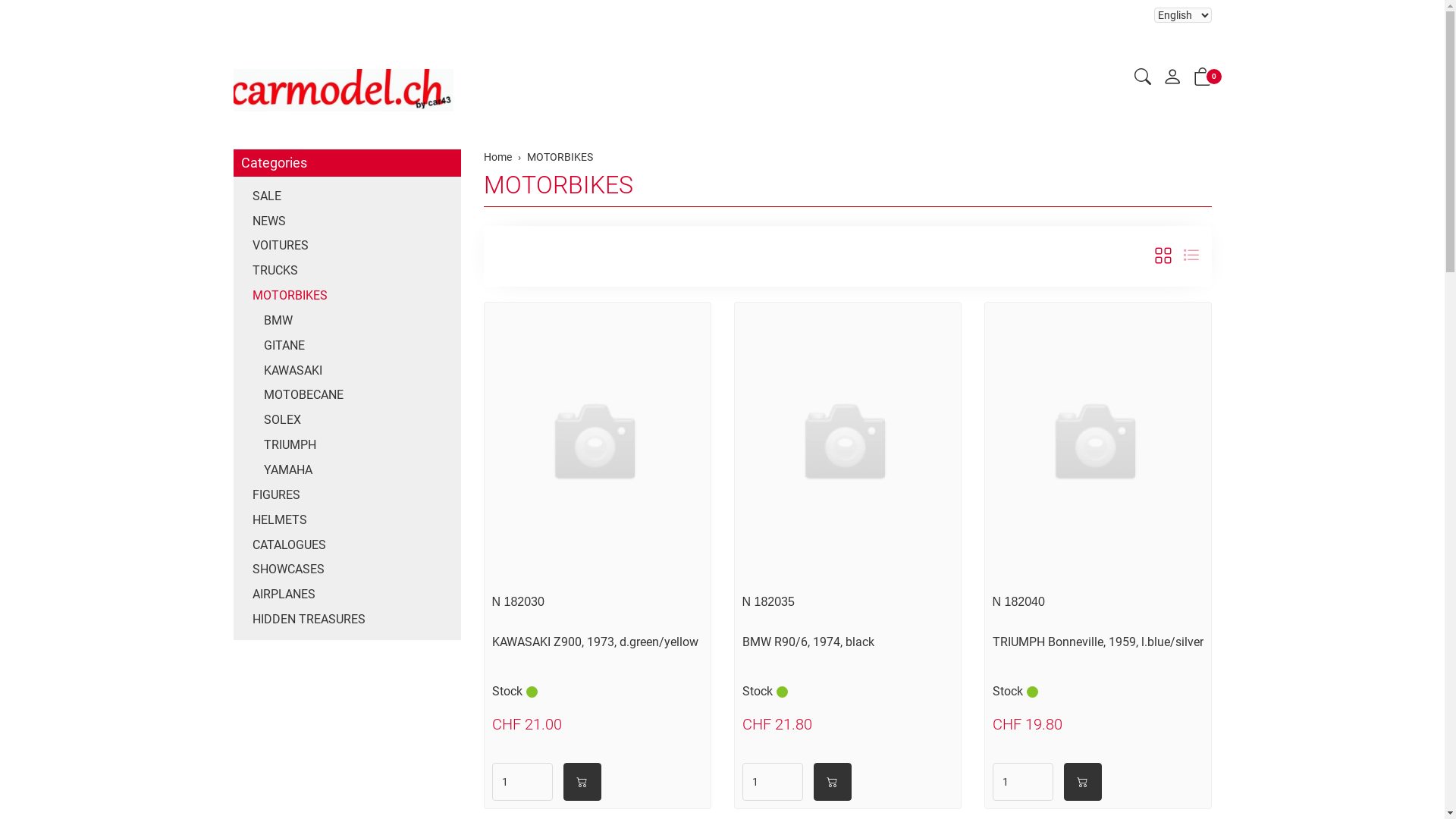 The image size is (1456, 819). What do you see at coordinates (346, 544) in the screenshot?
I see `'CATALOGUES'` at bounding box center [346, 544].